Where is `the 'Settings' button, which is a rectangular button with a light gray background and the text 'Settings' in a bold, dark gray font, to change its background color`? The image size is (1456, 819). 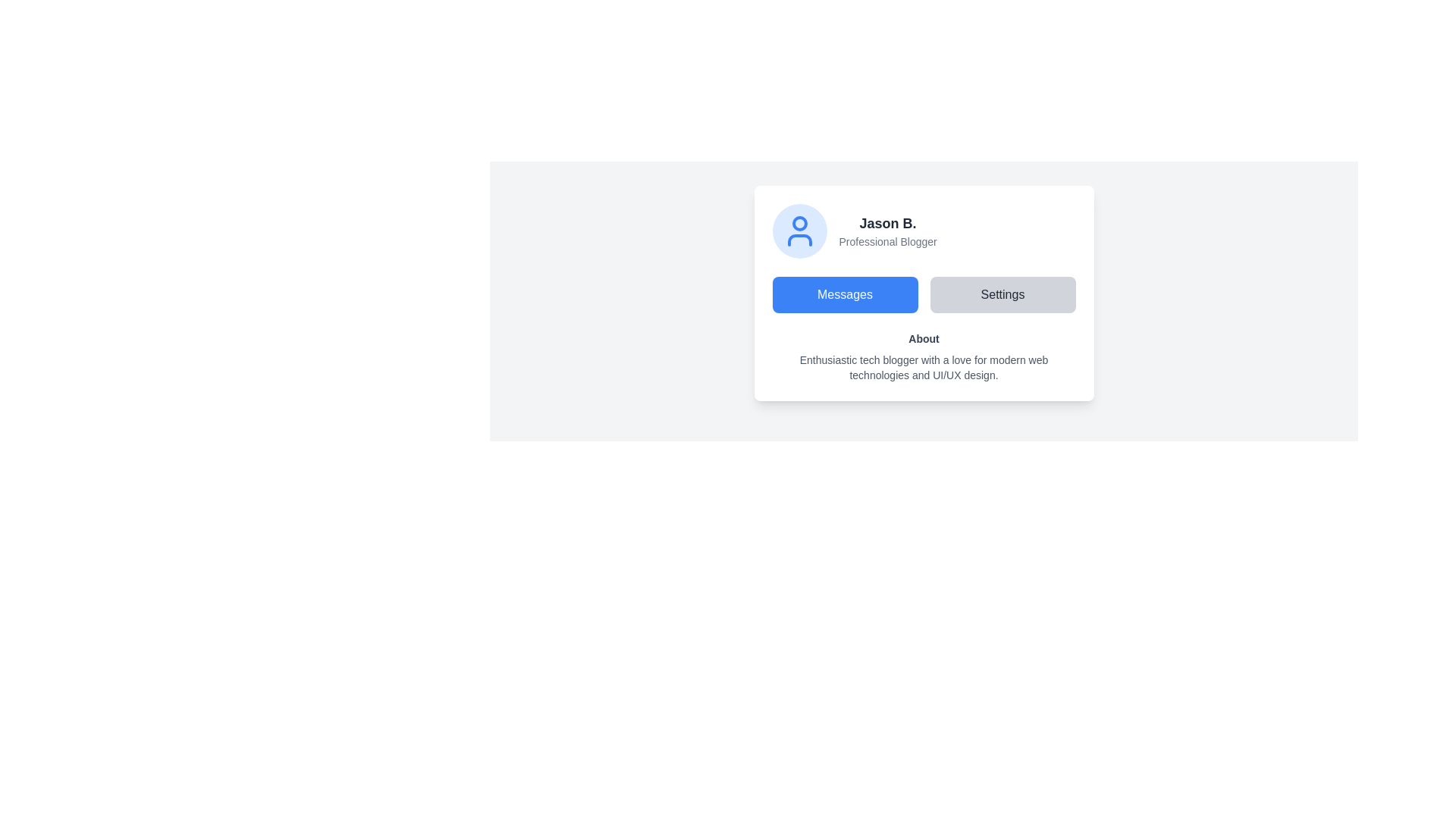
the 'Settings' button, which is a rectangular button with a light gray background and the text 'Settings' in a bold, dark gray font, to change its background color is located at coordinates (1003, 295).